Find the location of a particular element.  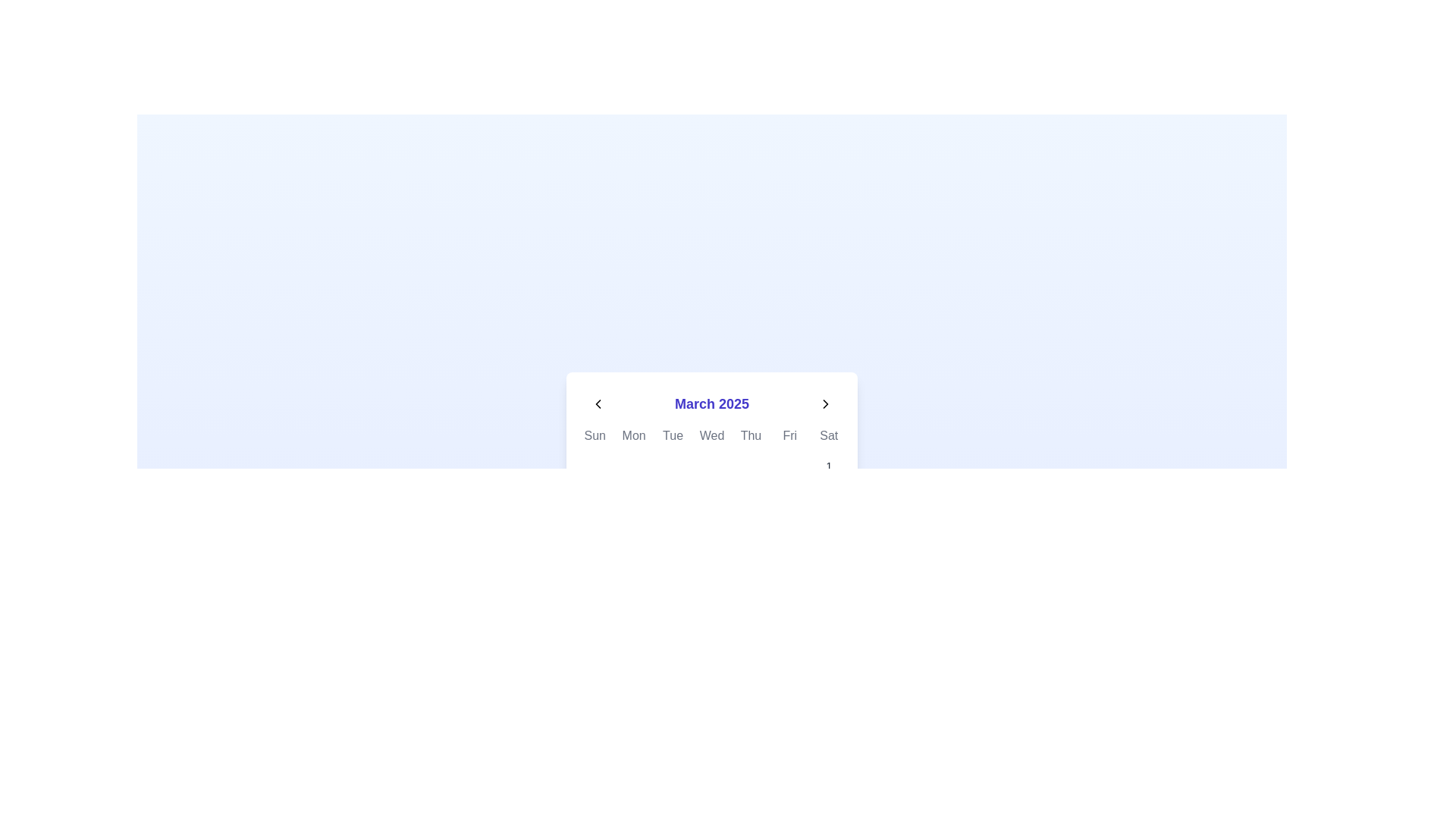

the vector graphic icon located to the left of the text 'March 2025' is located at coordinates (597, 403).